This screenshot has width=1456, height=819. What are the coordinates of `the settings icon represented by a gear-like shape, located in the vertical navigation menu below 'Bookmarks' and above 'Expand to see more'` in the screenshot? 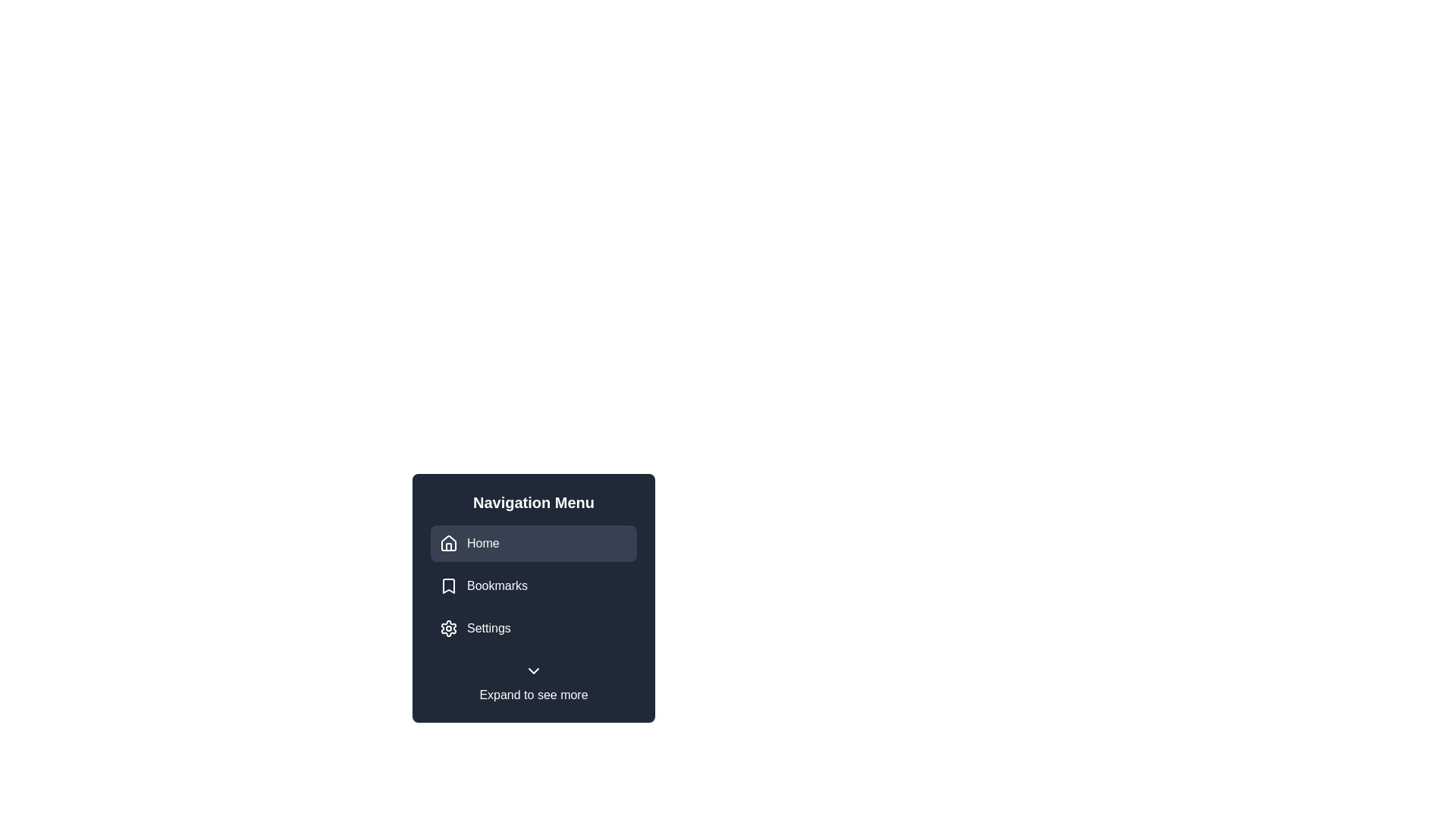 It's located at (447, 629).